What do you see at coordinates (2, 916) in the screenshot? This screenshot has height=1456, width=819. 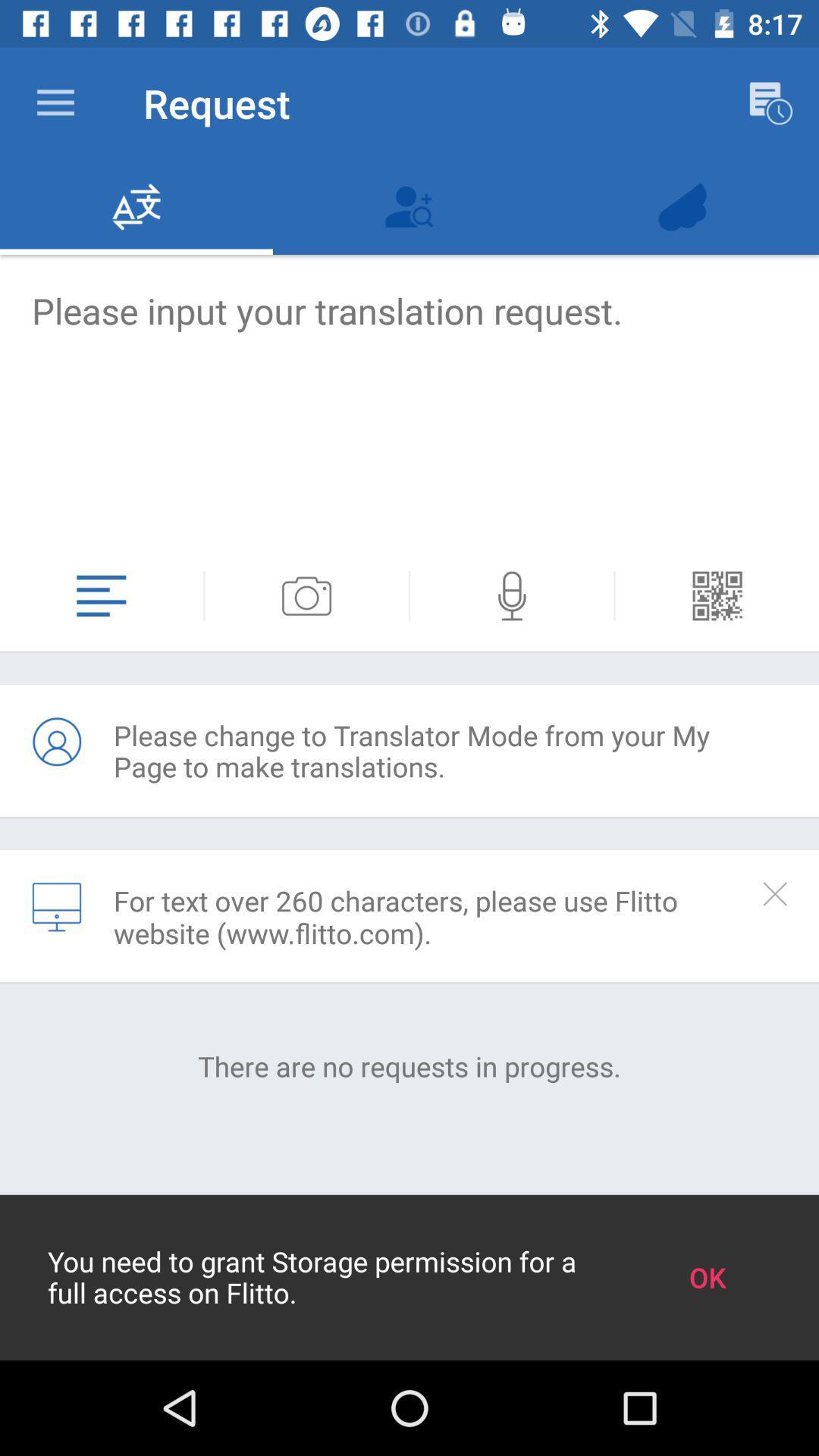 I see `the item above the there are no icon` at bounding box center [2, 916].